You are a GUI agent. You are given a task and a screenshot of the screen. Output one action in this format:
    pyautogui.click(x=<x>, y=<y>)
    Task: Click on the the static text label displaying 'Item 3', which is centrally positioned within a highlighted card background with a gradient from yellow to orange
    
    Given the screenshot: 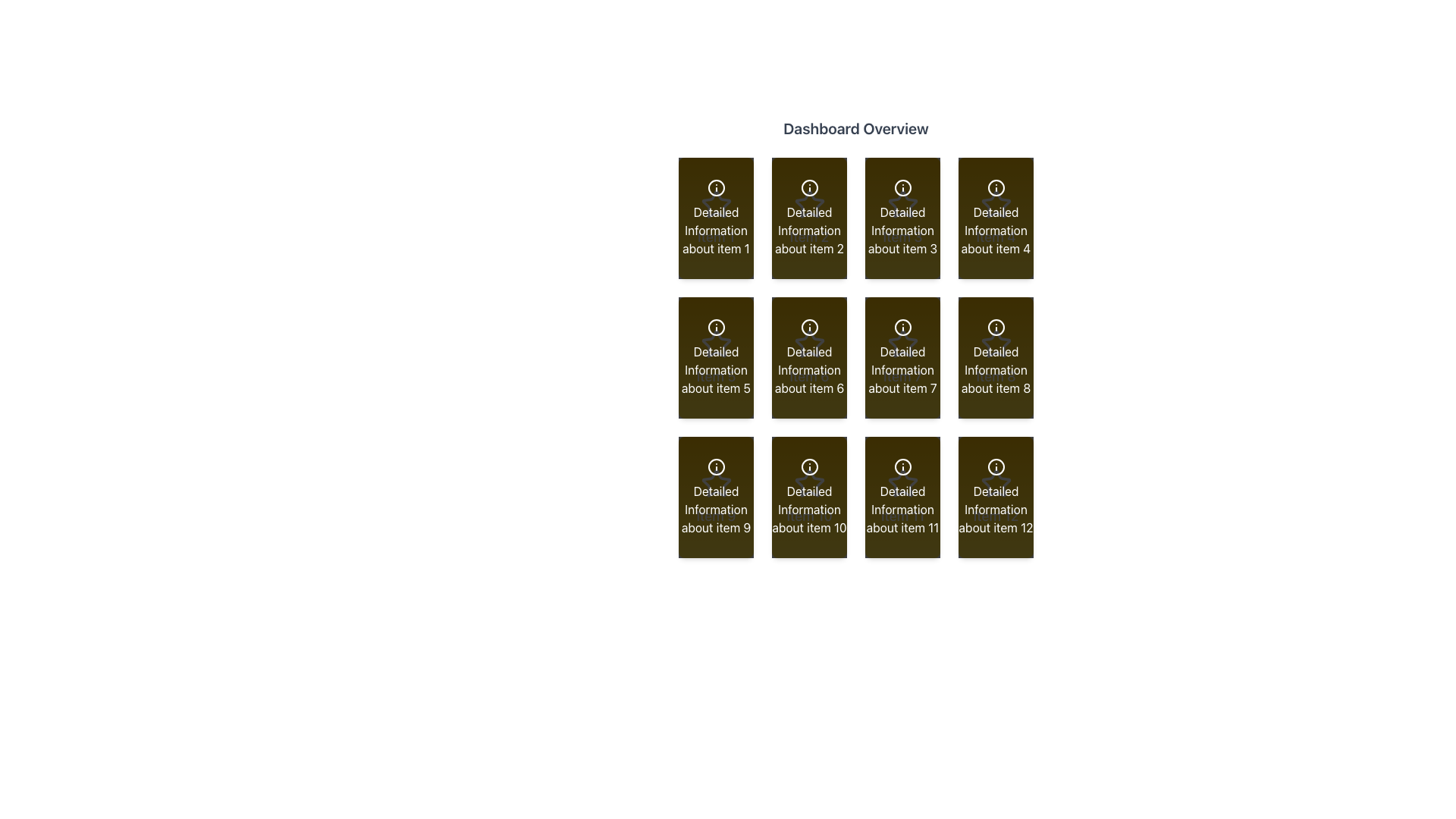 What is the action you would take?
    pyautogui.click(x=902, y=237)
    